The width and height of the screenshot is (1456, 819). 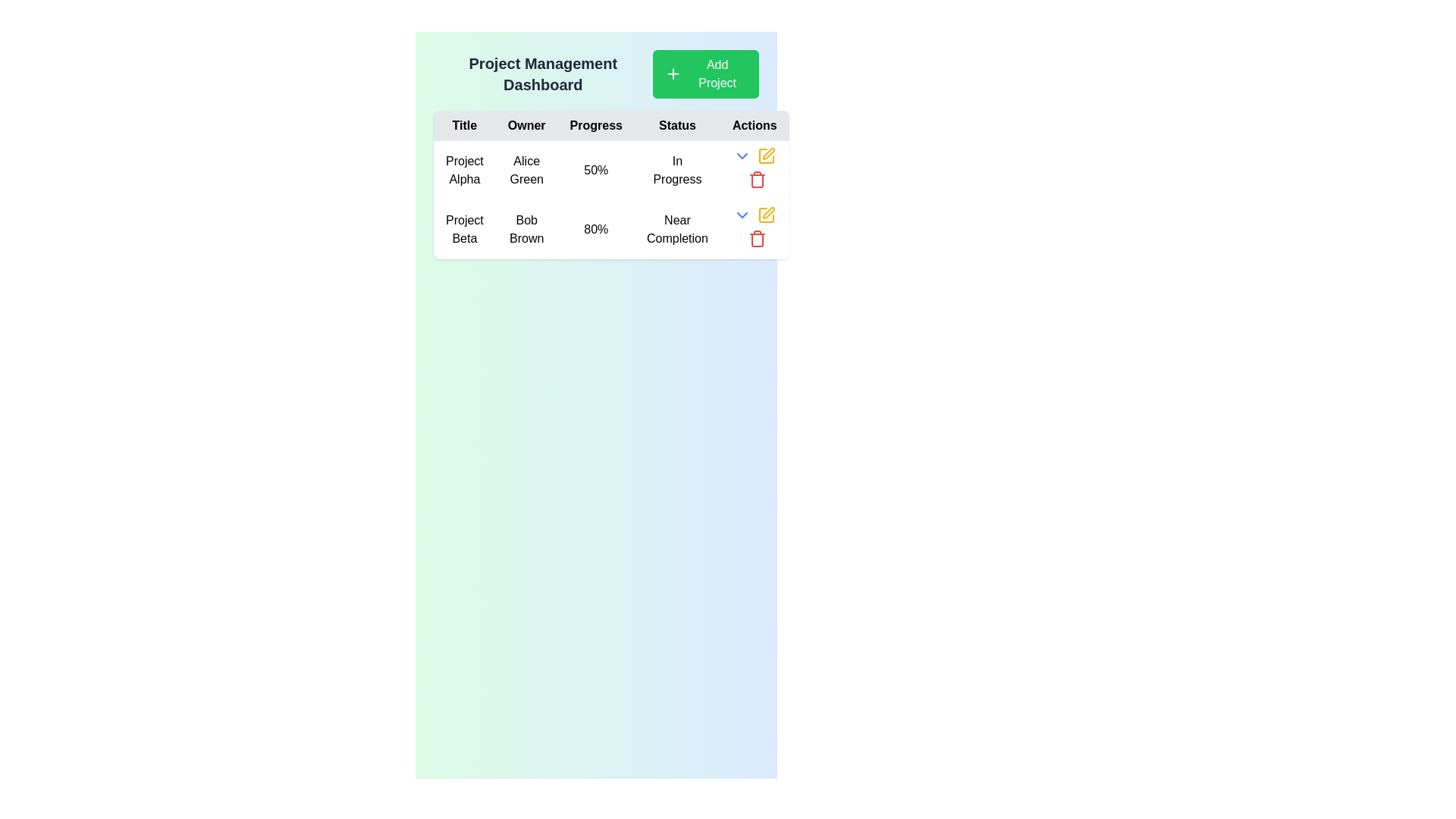 What do you see at coordinates (767, 215) in the screenshot?
I see `the 'Edit' icon located in the second row of the table under the 'Actions' column` at bounding box center [767, 215].